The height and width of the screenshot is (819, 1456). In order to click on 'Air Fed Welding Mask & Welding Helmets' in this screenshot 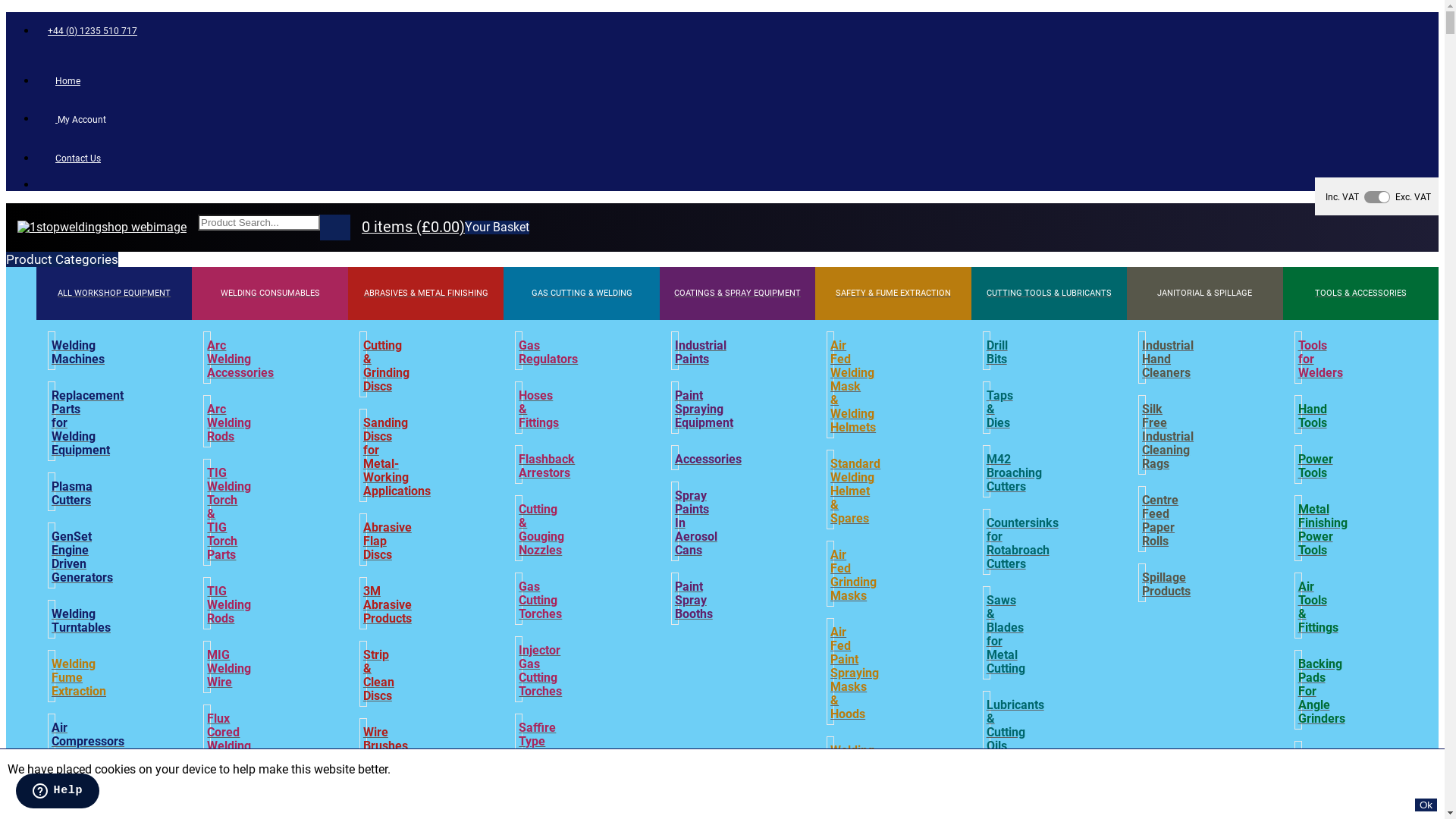, I will do `click(829, 385)`.